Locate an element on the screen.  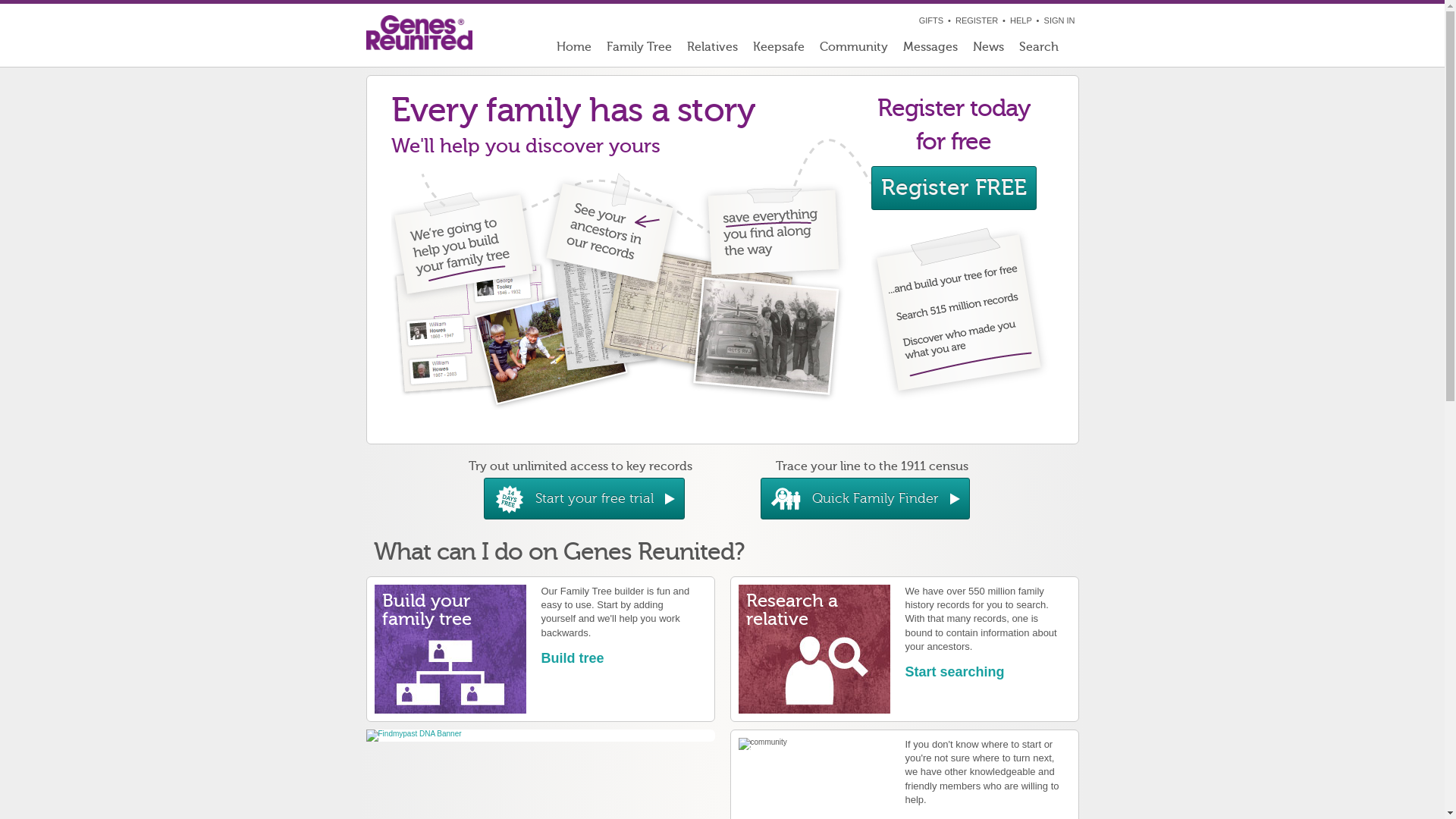
'Start your free trial' is located at coordinates (583, 498).